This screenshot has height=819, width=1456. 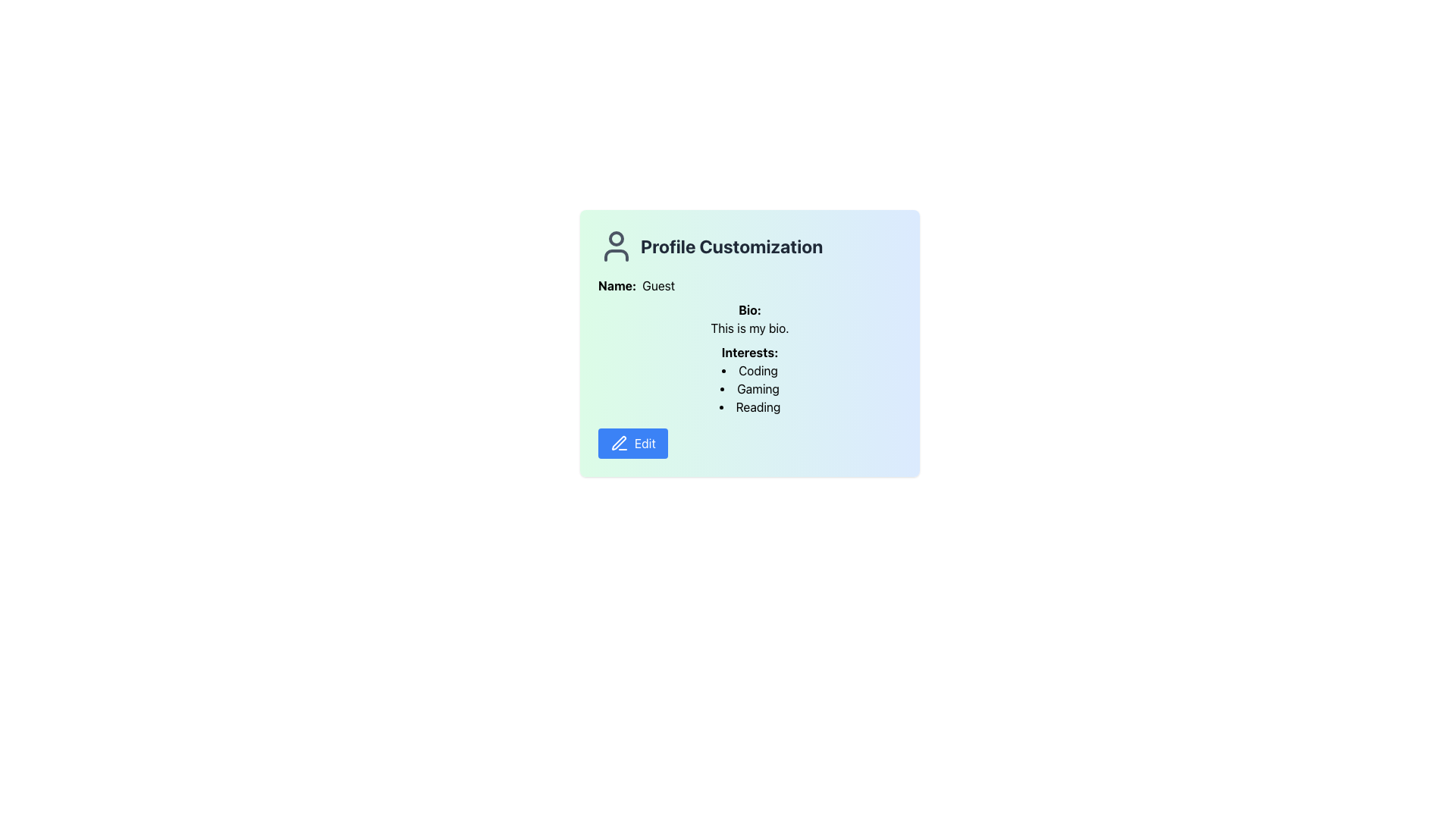 What do you see at coordinates (645, 444) in the screenshot?
I see `the 'Edit' text label displayed in white on a blue button with rounded corners located at the bottom left of the profile card section` at bounding box center [645, 444].